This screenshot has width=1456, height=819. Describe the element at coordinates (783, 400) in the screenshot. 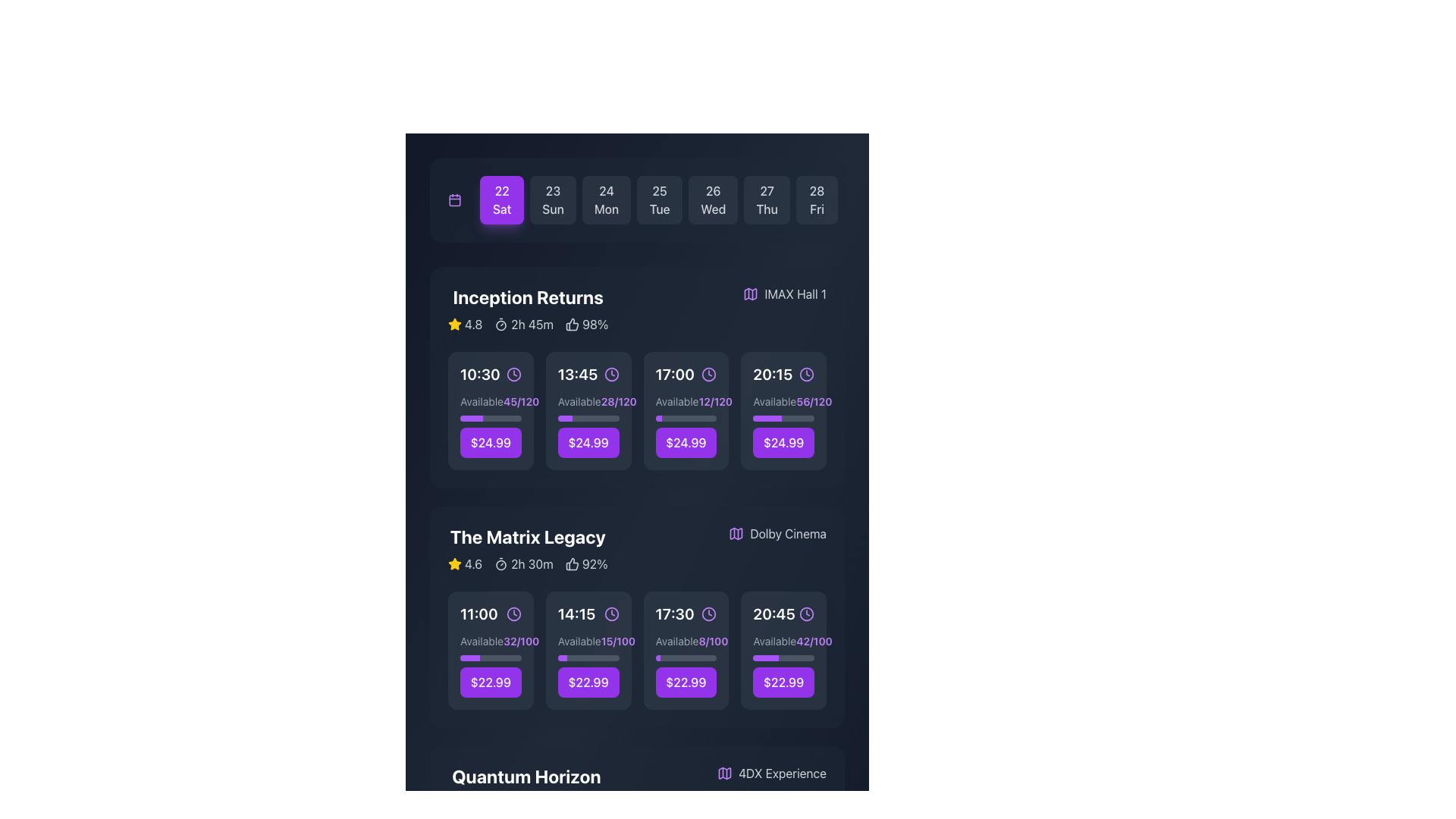

I see `the label indicating resource availability, which shows '56' current usage out of '120' total capacity, located in the last column under 'Inception Returns', above a progress bar and a $24.99 button` at that location.